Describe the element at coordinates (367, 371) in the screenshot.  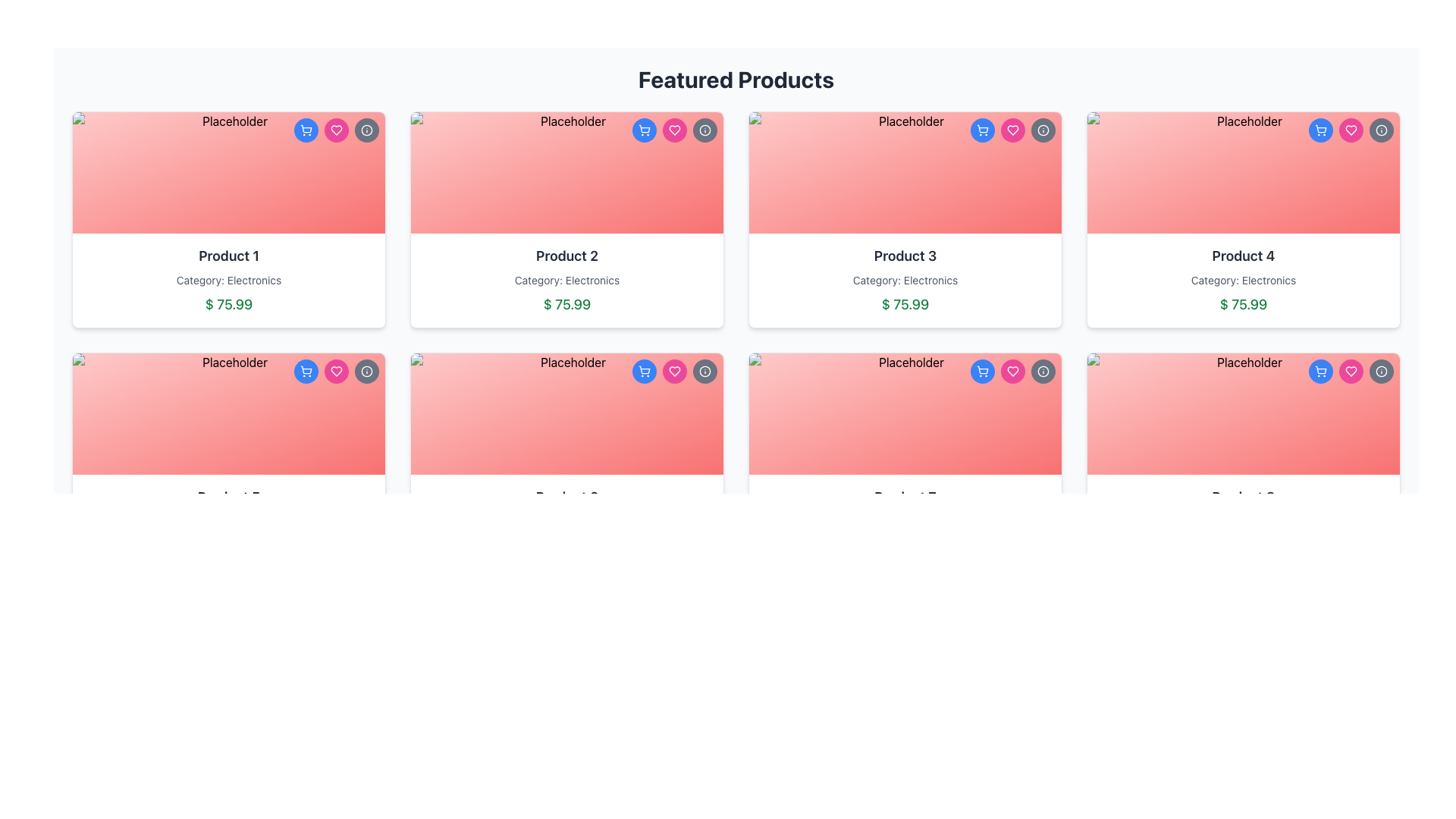
I see `SVG Circle element located in the top-right section of the product card, which is a circular component with a 10-pixel radius` at that location.